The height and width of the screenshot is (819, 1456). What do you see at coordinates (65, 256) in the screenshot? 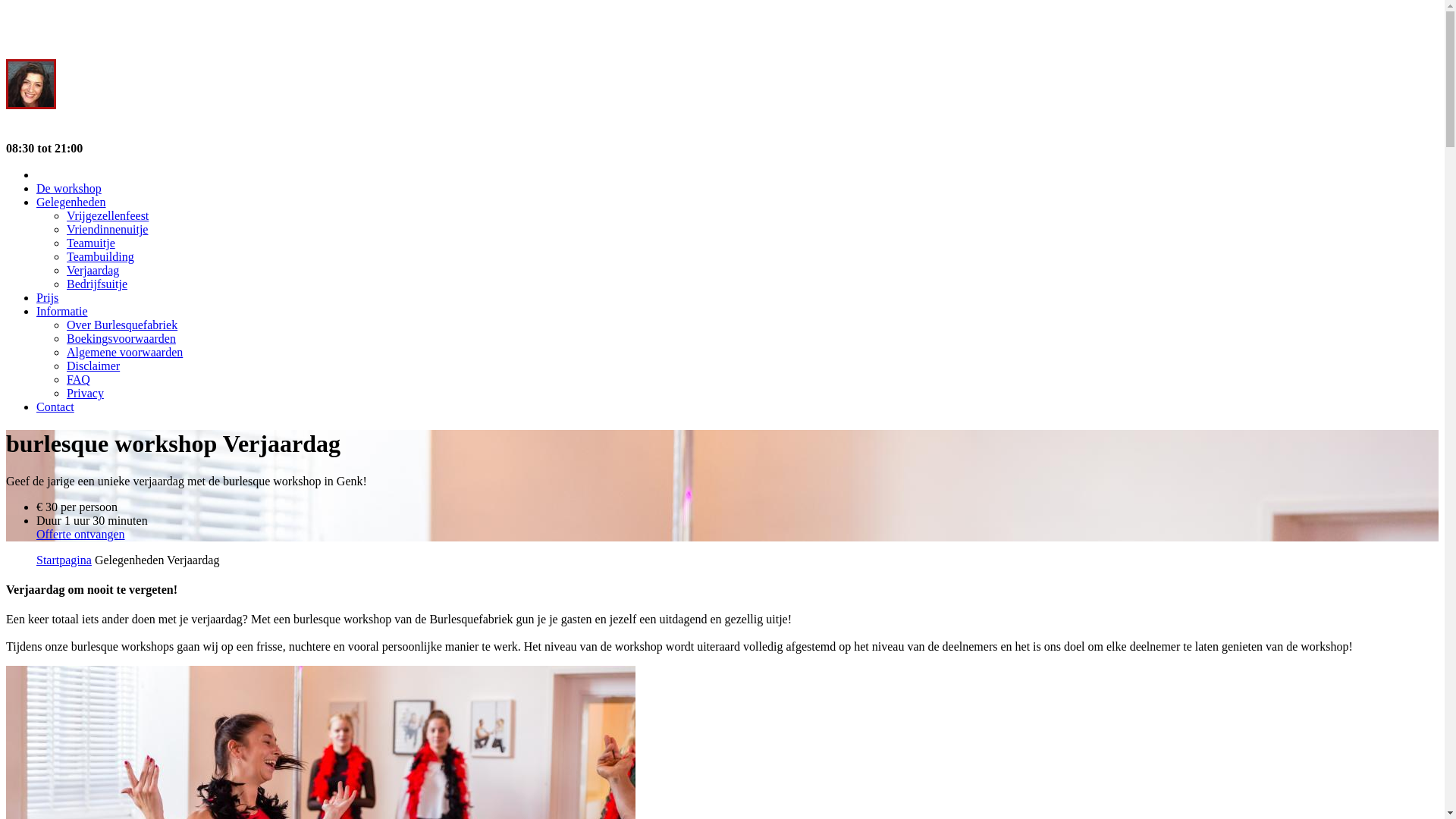
I see `'Teambuilding'` at bounding box center [65, 256].